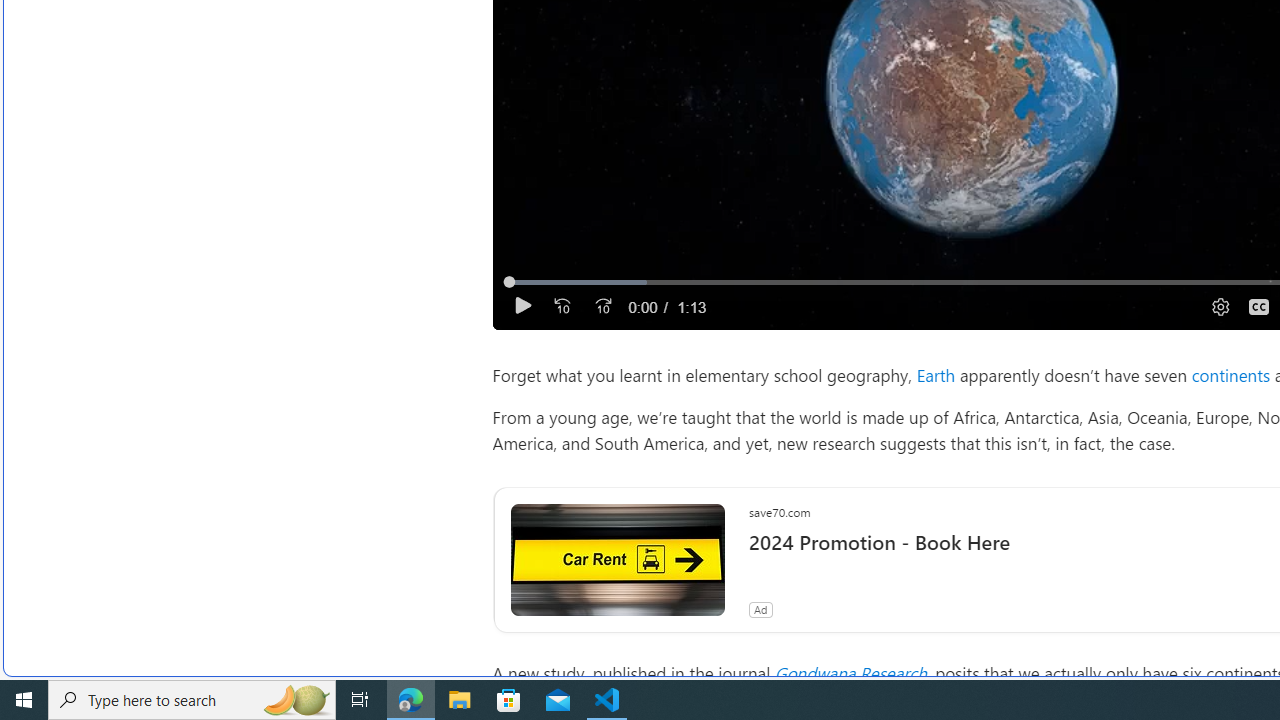 The width and height of the screenshot is (1280, 720). I want to click on 'Seek Forward', so click(601, 306).